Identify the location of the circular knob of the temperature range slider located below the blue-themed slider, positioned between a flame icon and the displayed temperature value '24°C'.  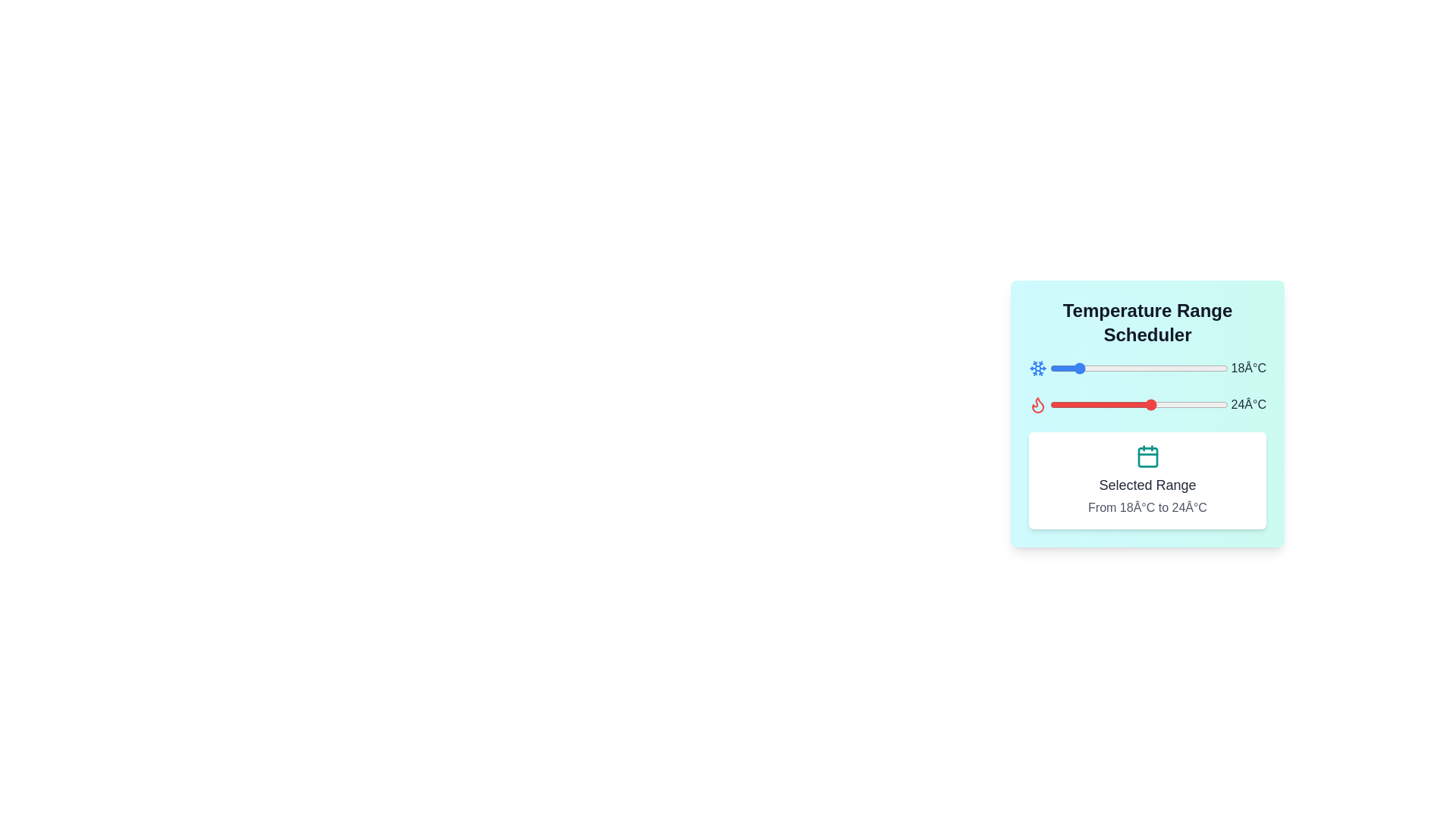
(1139, 403).